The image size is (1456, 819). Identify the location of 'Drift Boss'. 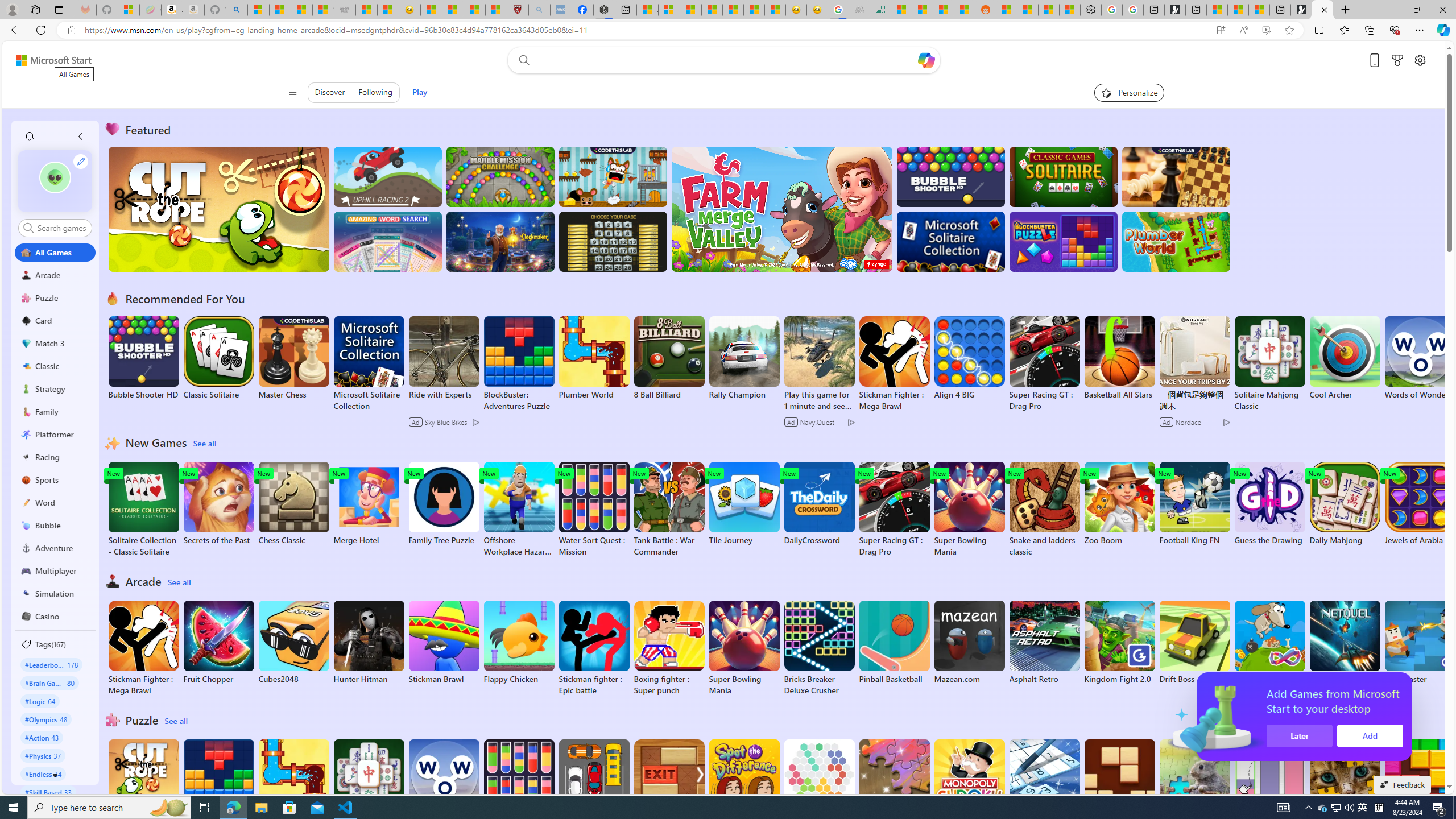
(1194, 642).